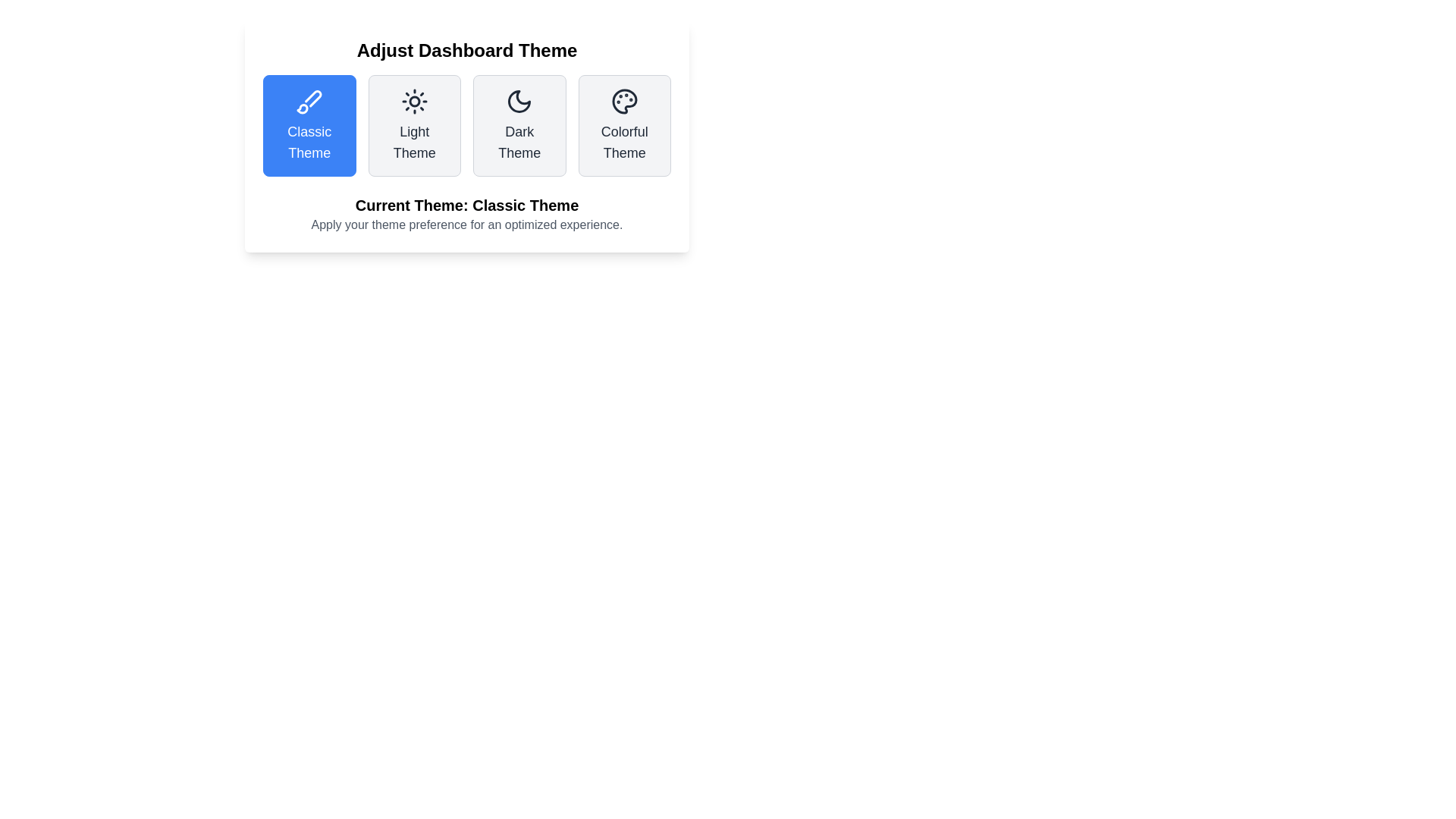  Describe the element at coordinates (414, 124) in the screenshot. I see `the 'Light Theme' button, which is positioned in the second column of a four-column grid layout` at that location.